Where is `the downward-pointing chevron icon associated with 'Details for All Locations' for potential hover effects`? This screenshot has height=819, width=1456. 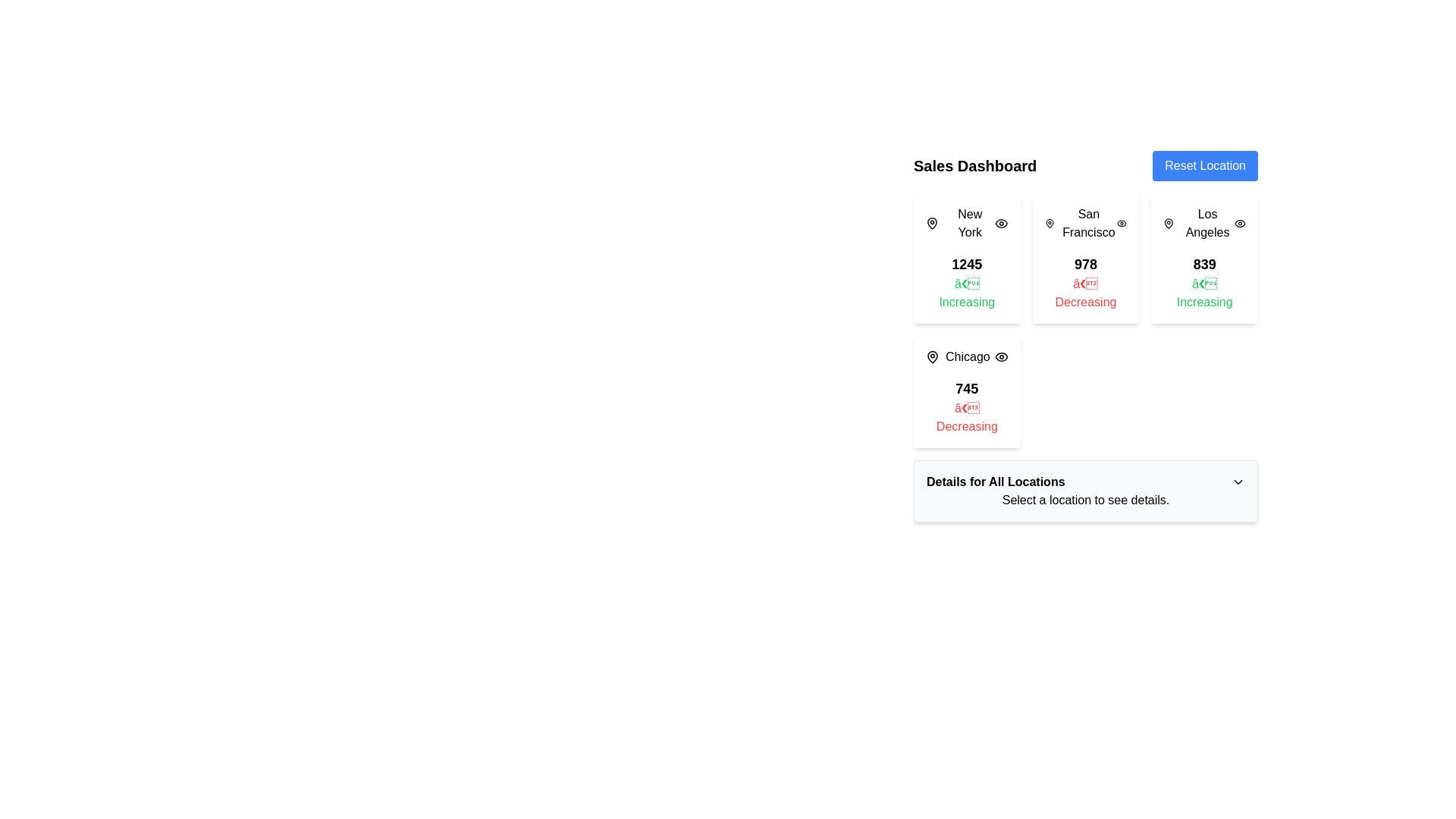
the downward-pointing chevron icon associated with 'Details for All Locations' for potential hover effects is located at coordinates (1238, 482).